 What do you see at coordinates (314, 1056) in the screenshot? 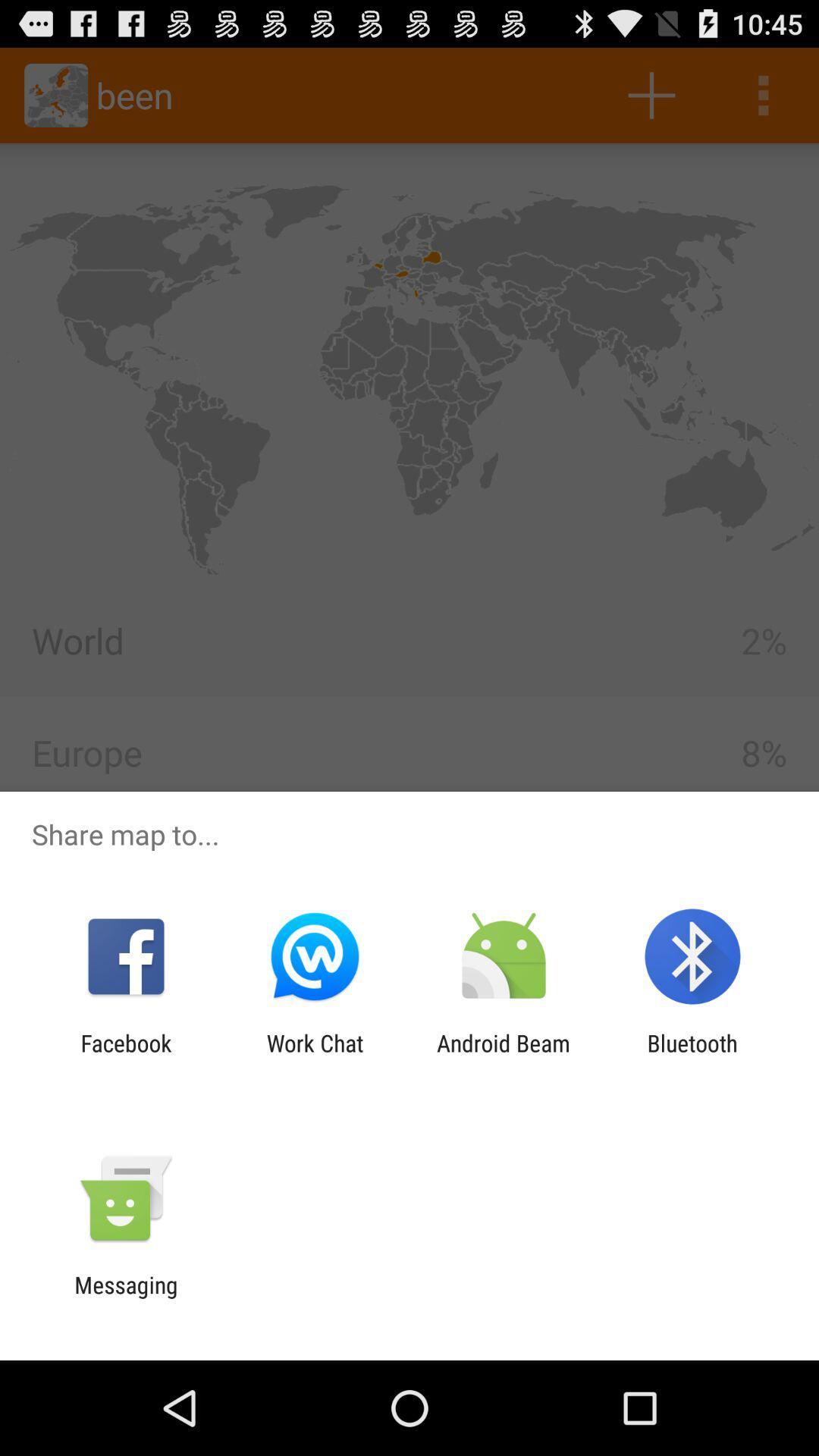
I see `the work chat item` at bounding box center [314, 1056].